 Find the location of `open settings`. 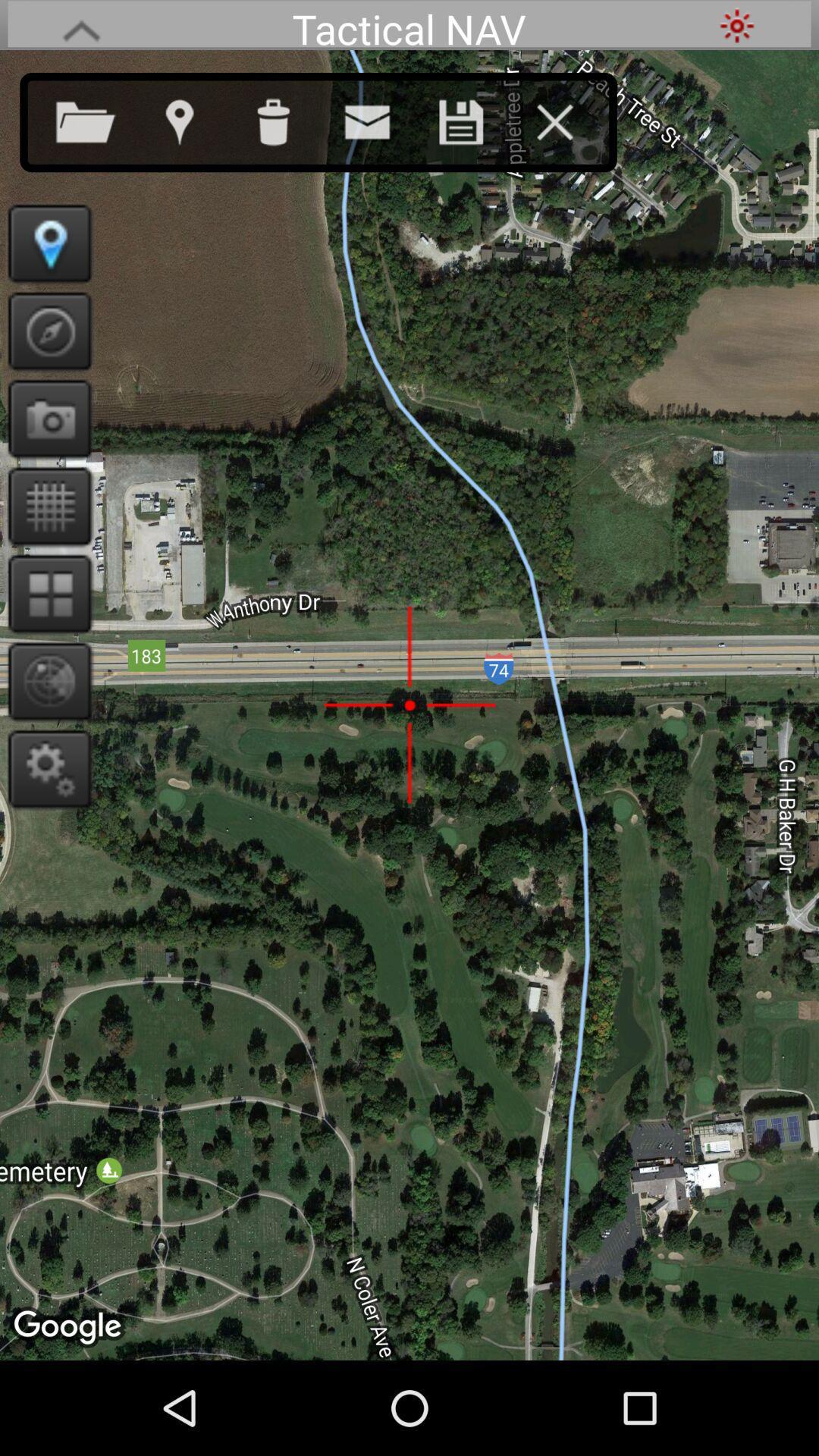

open settings is located at coordinates (44, 768).